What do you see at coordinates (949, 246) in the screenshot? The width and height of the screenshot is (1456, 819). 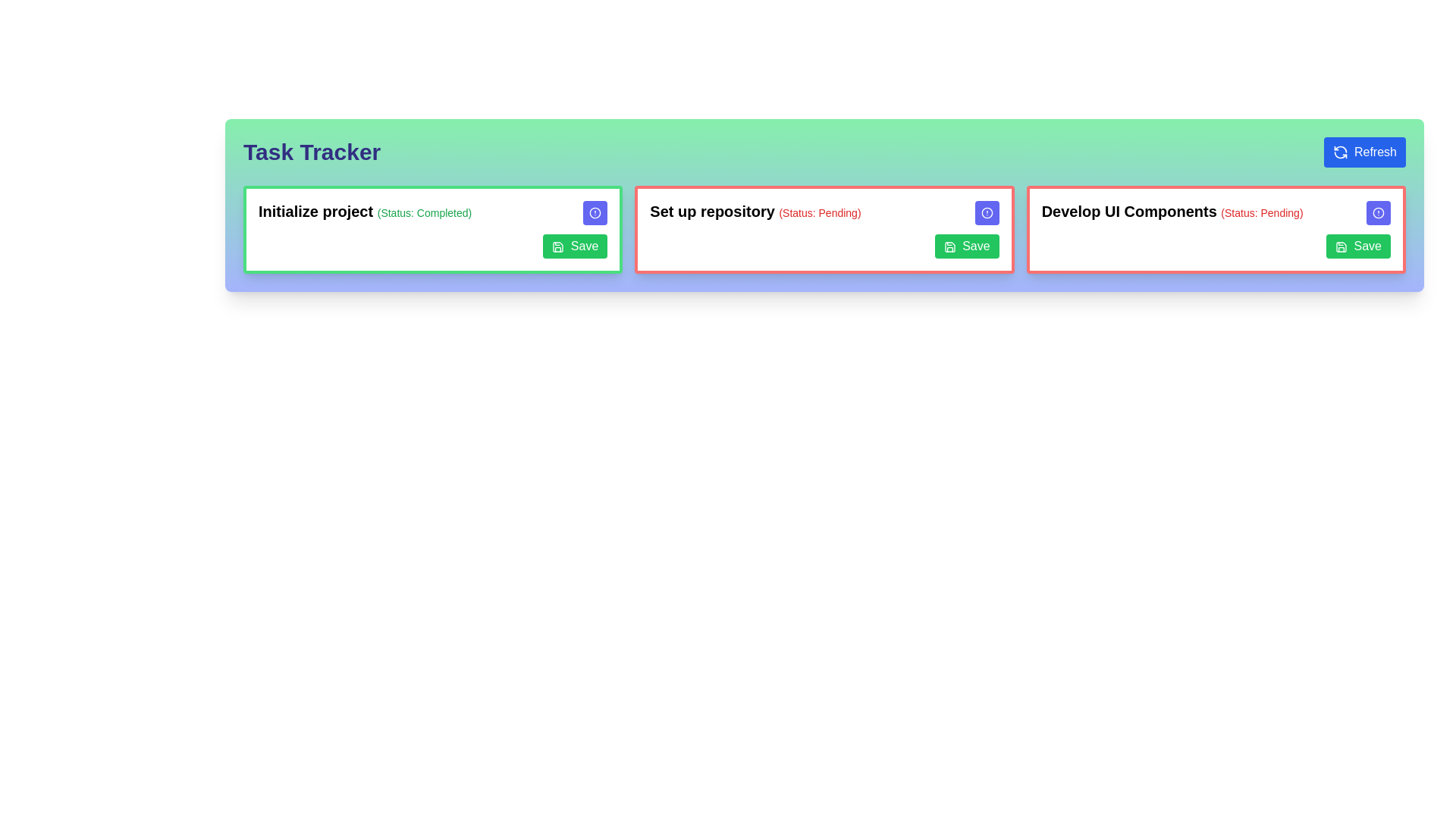 I see `the save button, which is a green button labeled 'Save' featuring a floppy disk icon, located in the second task card titled 'Set up repository (Status: Pending)'` at bounding box center [949, 246].